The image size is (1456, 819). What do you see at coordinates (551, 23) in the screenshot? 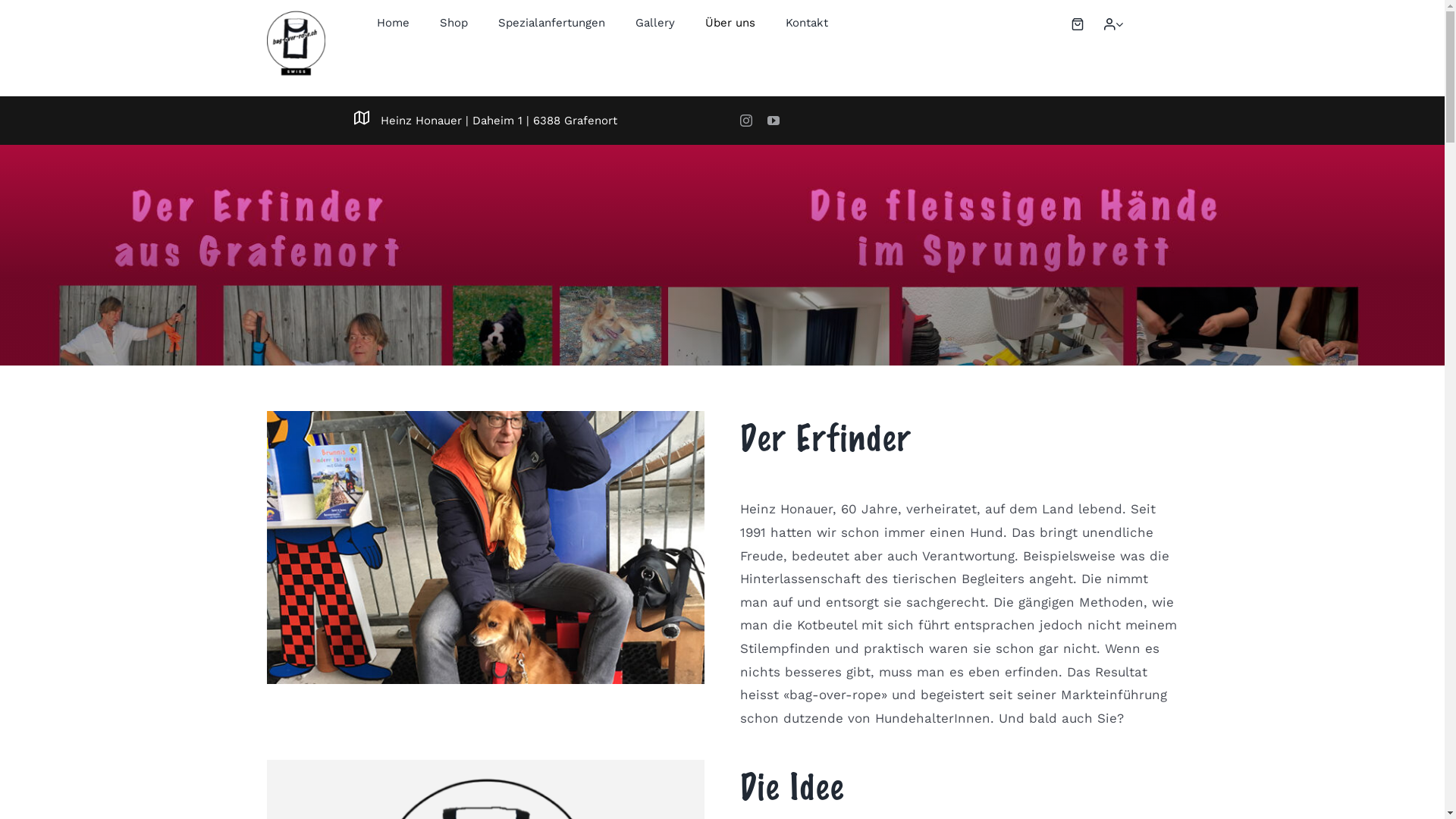
I see `'Spezialanfertungen'` at bounding box center [551, 23].